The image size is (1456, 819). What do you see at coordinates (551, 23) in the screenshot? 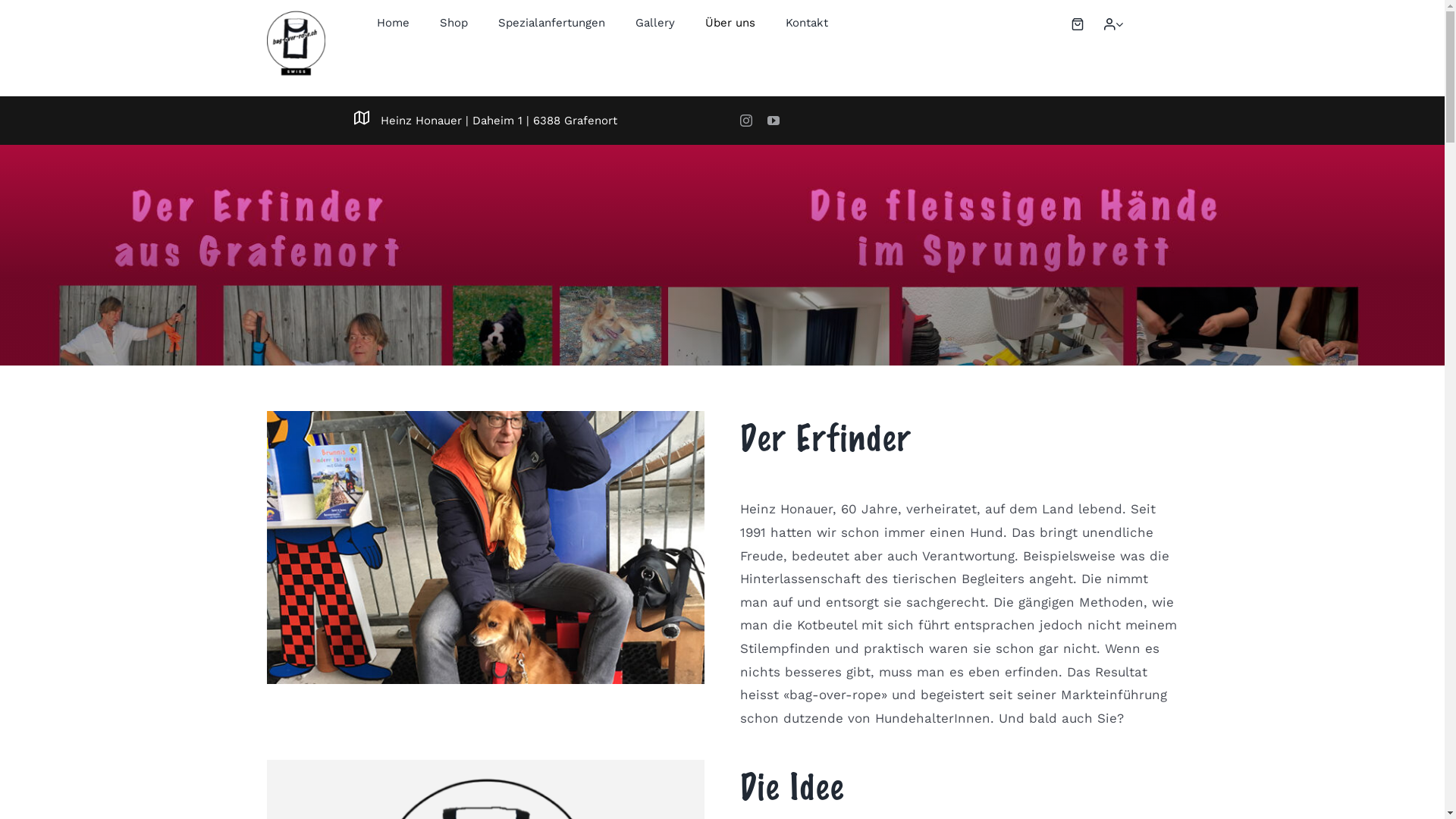
I see `'Spezialanfertungen'` at bounding box center [551, 23].